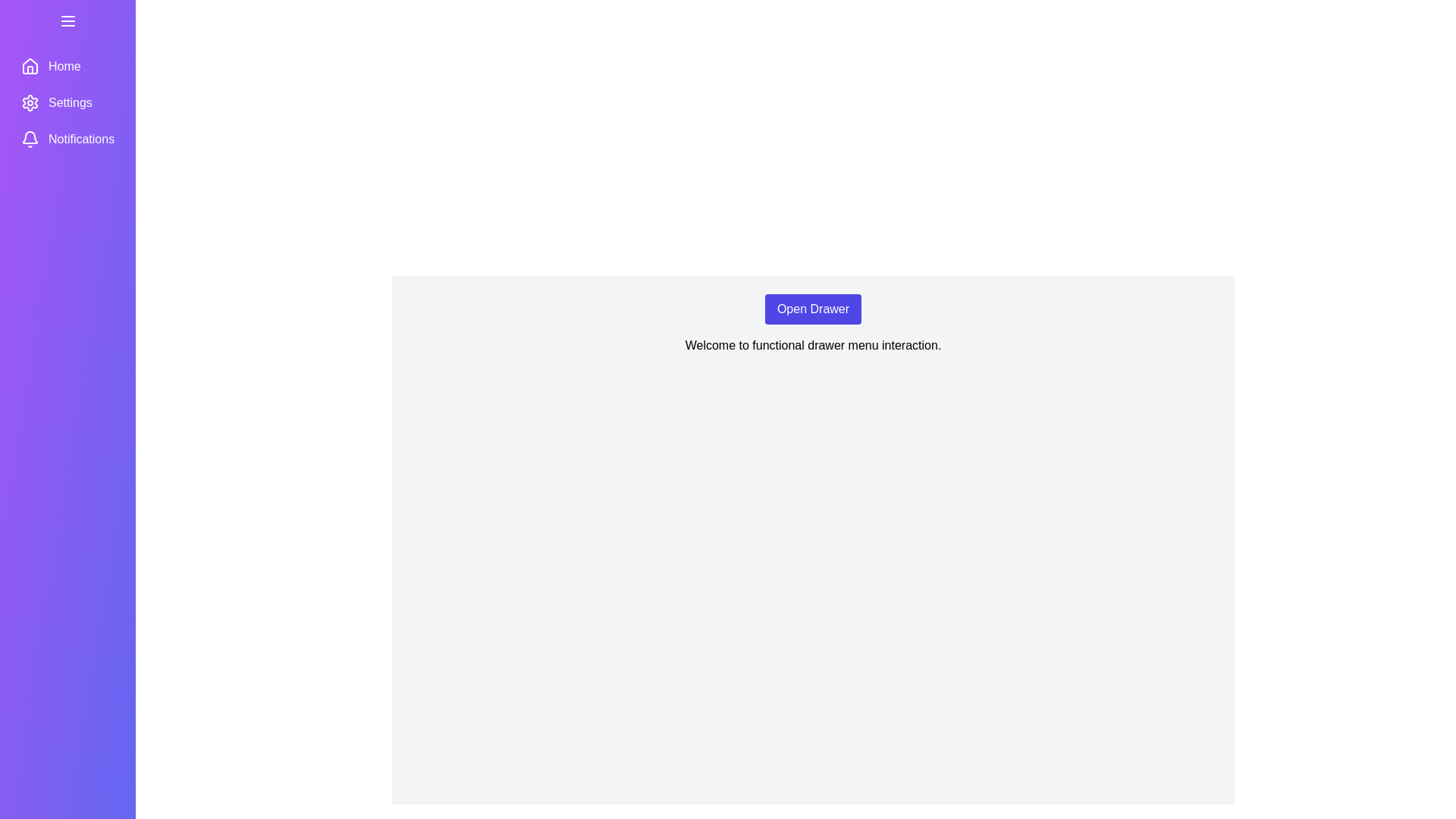 The width and height of the screenshot is (1456, 819). What do you see at coordinates (67, 102) in the screenshot?
I see `the menu item Settings in the drawer` at bounding box center [67, 102].